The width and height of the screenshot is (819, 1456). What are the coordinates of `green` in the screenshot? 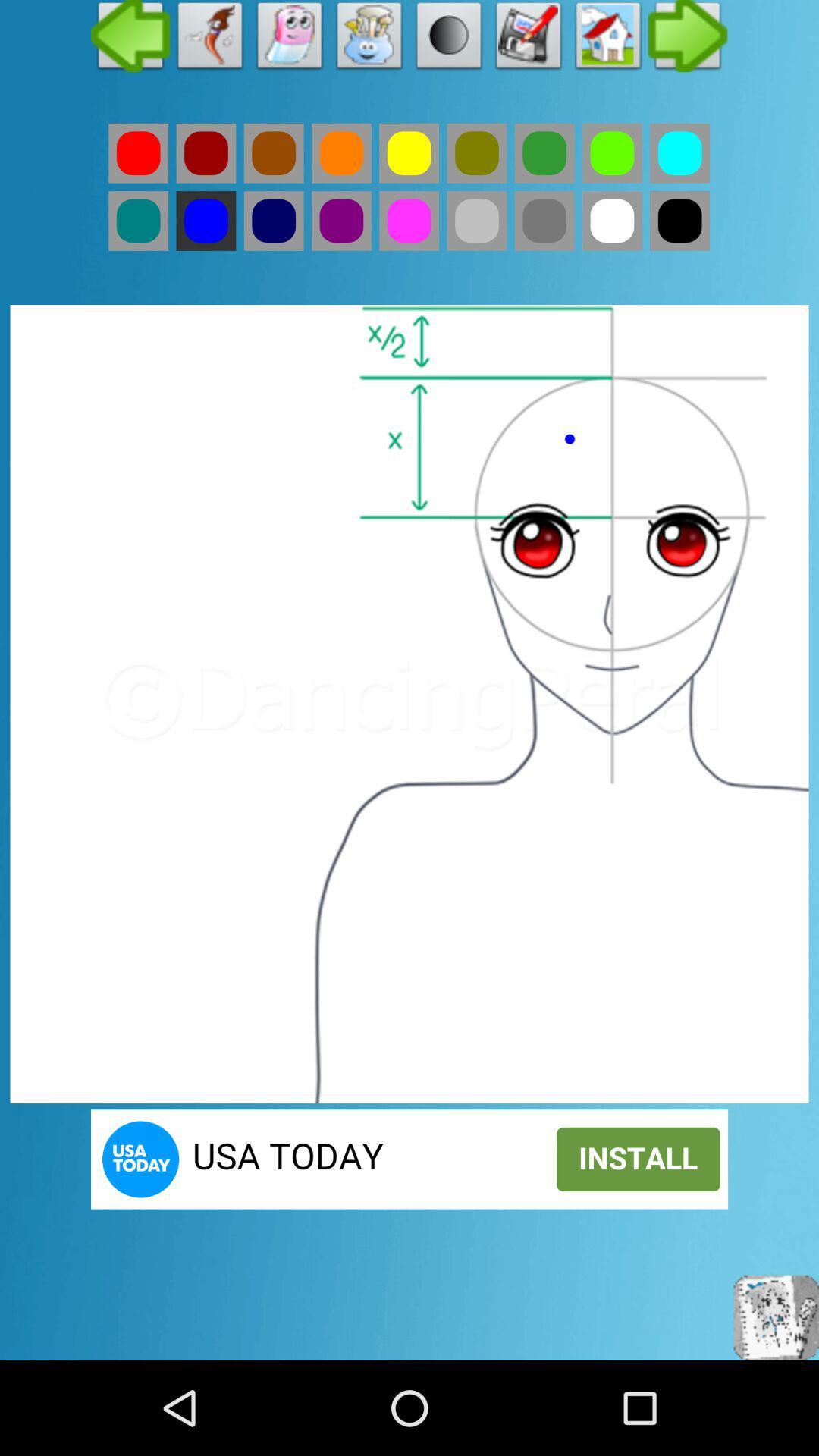 It's located at (544, 220).